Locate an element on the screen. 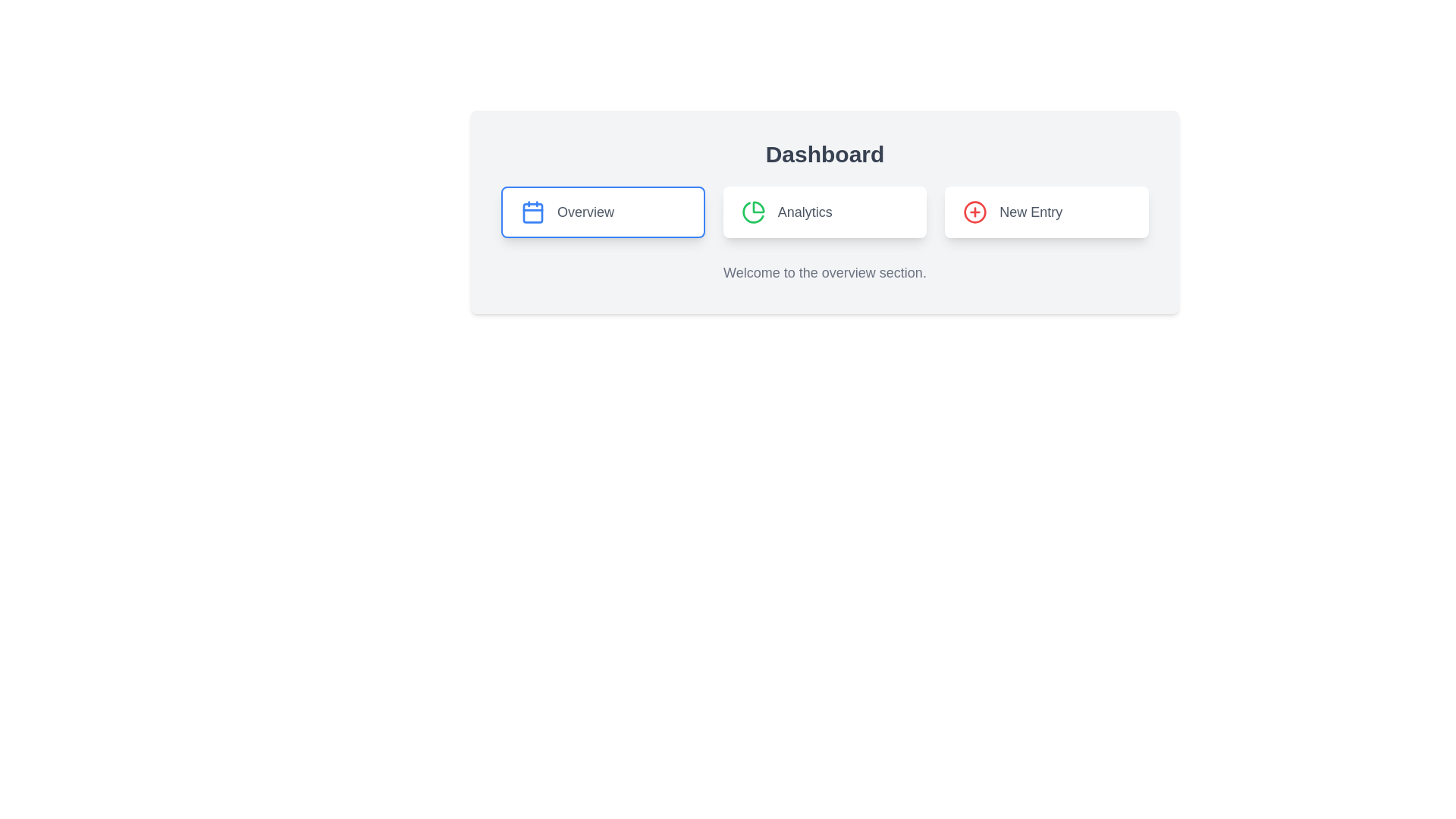 This screenshot has height=819, width=1456. text from the label reading 'Analytics', which is styled with a larger font size and medium weight, and is colored gray ('text-gray-600') is located at coordinates (804, 212).